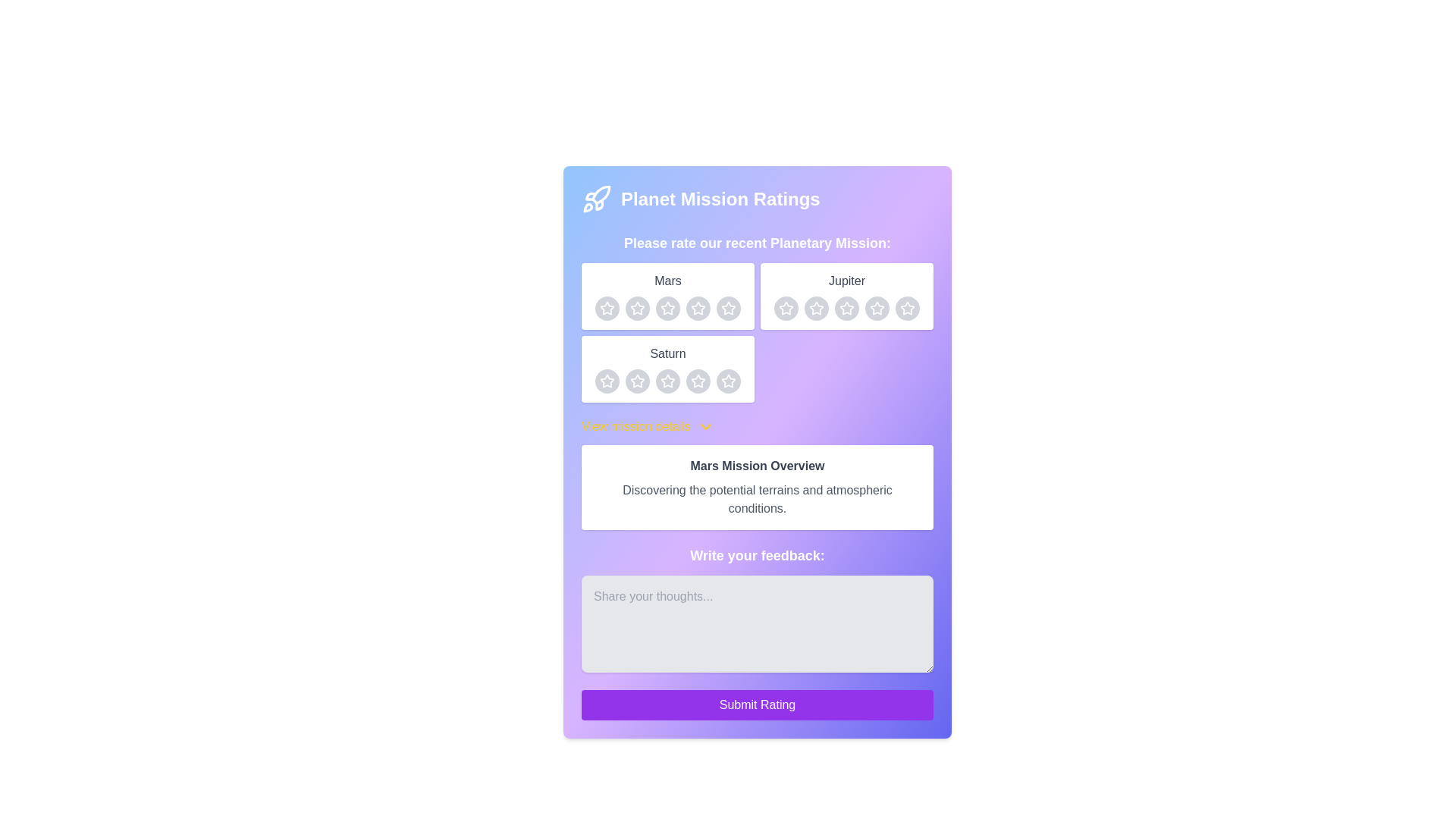  I want to click on the fifth star rating icon for the item labeled 'Saturn', so click(728, 380).